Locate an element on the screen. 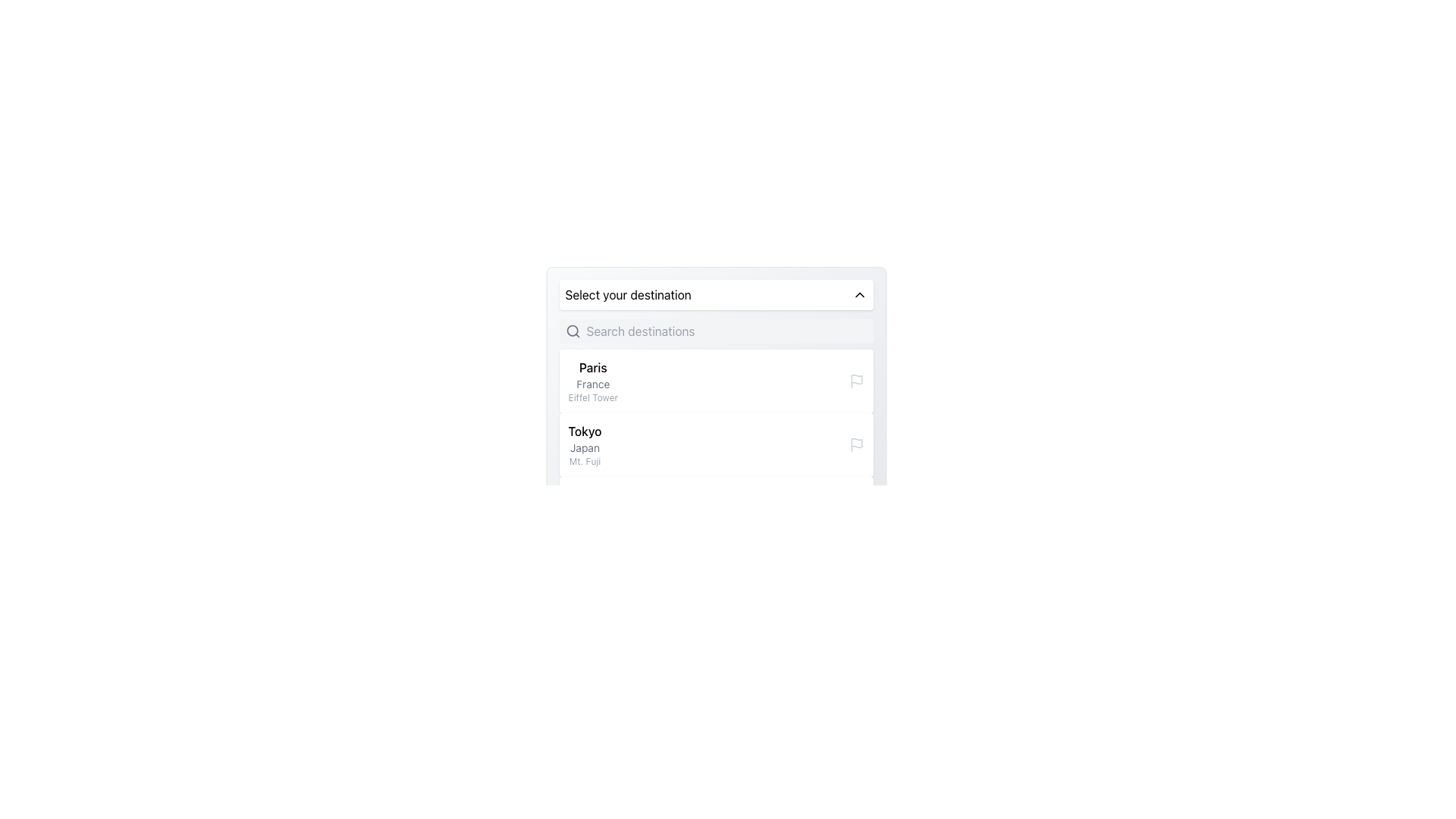  the second list item in the 'Select your destination' menu is located at coordinates (715, 444).